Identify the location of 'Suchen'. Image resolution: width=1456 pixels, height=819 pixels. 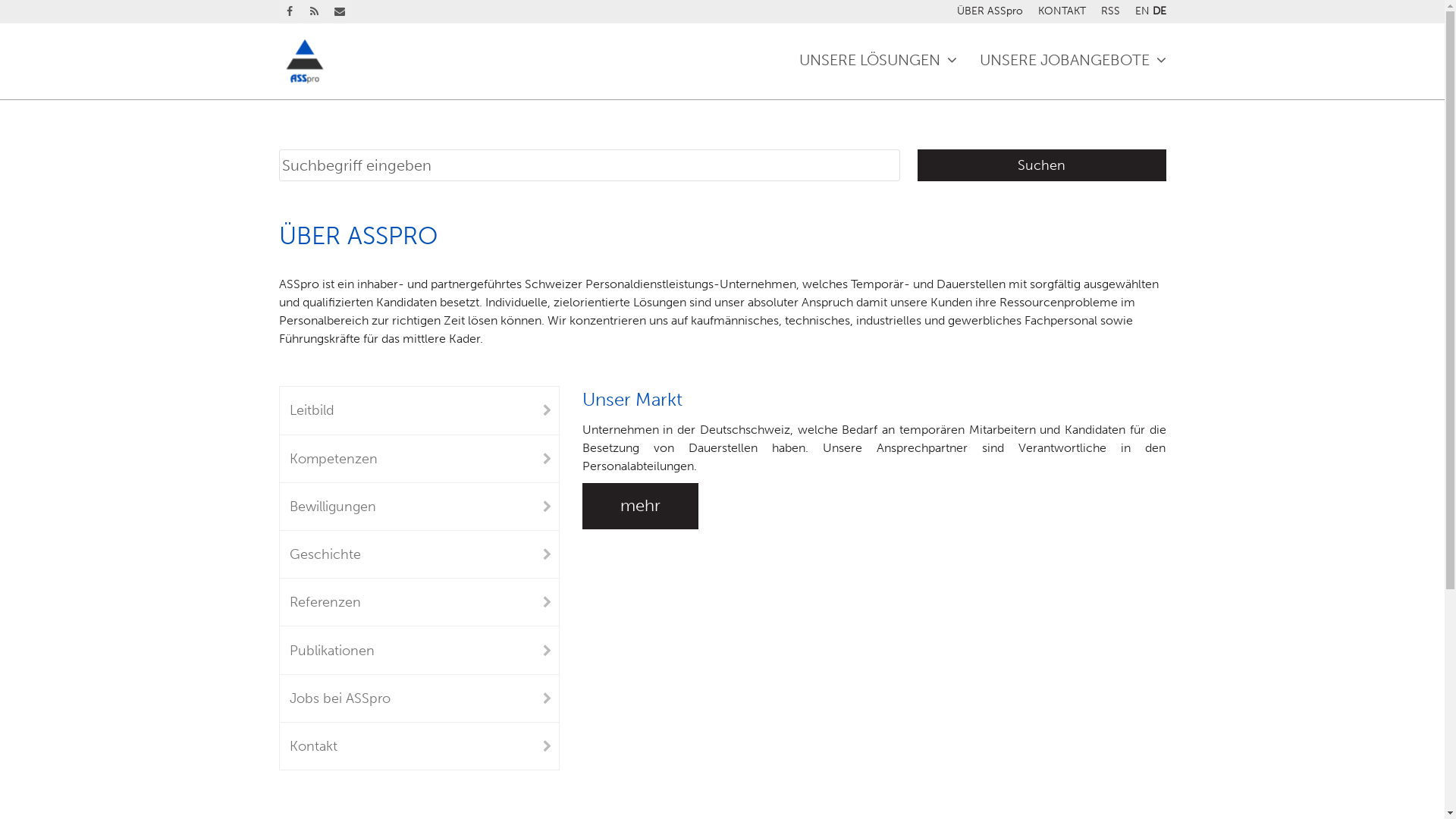
(916, 165).